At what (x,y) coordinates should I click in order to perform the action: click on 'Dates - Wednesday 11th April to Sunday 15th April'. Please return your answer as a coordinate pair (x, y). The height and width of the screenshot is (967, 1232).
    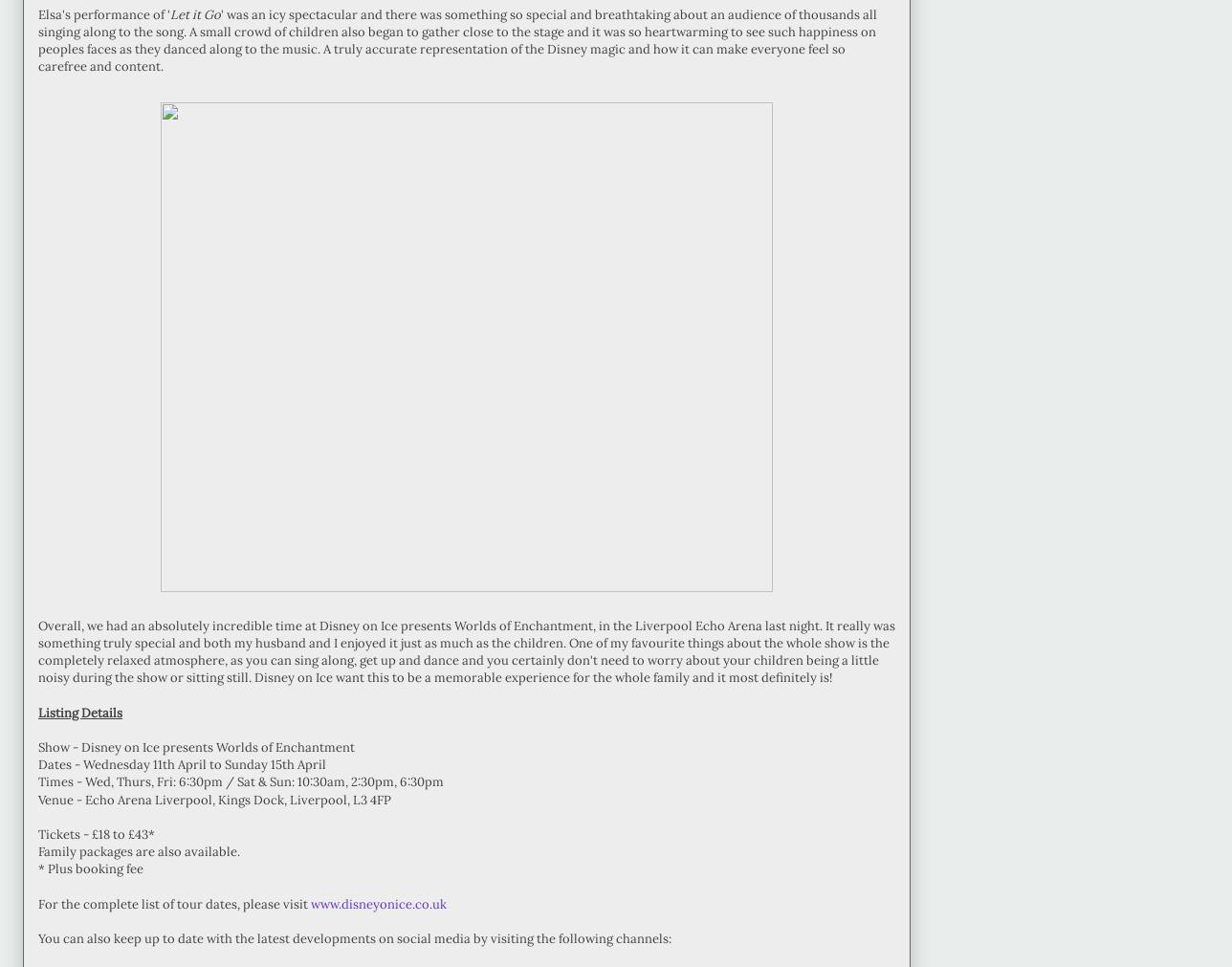
    Looking at the image, I should click on (38, 763).